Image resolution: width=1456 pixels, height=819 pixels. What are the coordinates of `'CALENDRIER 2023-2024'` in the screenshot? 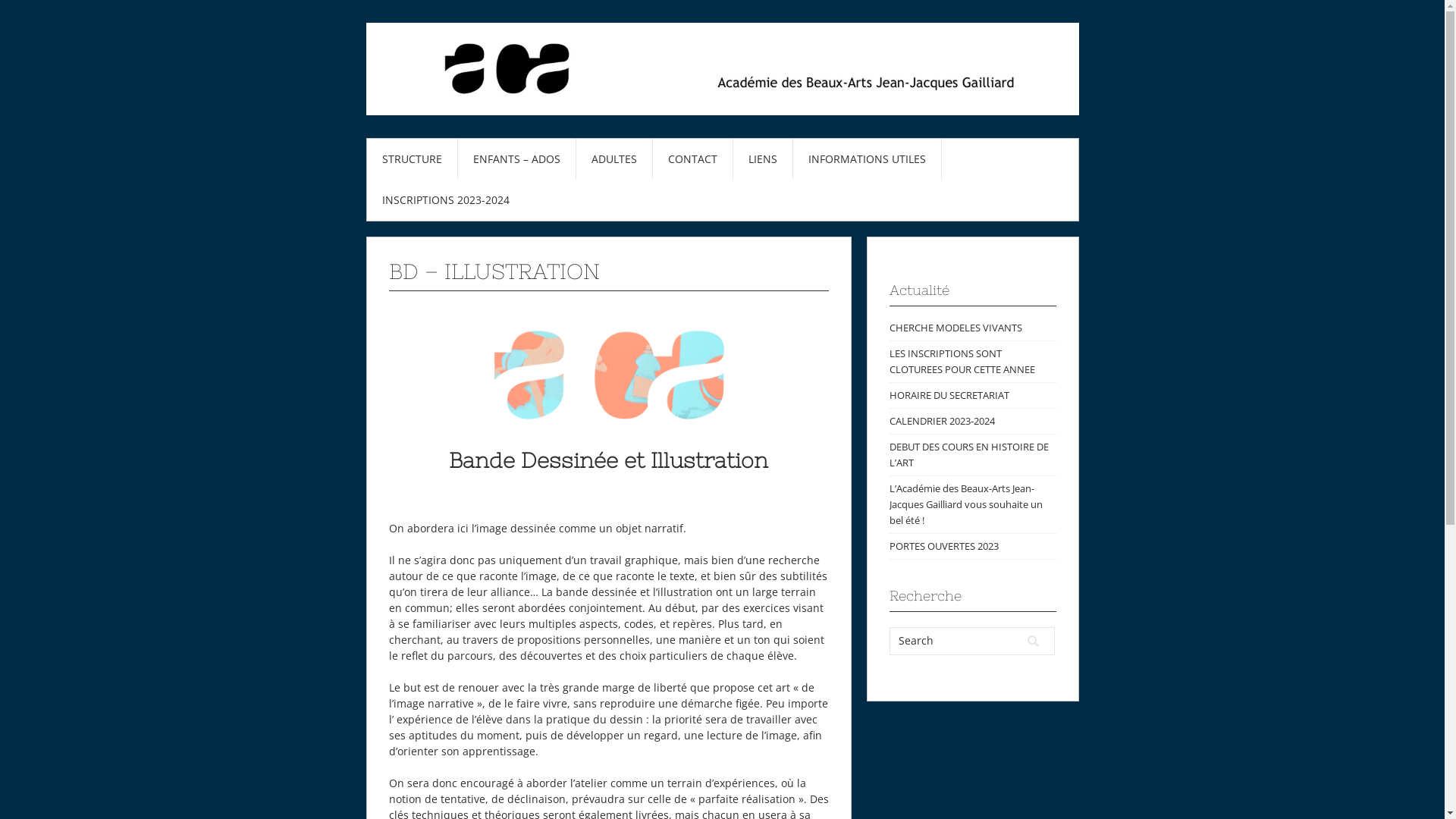 It's located at (888, 421).